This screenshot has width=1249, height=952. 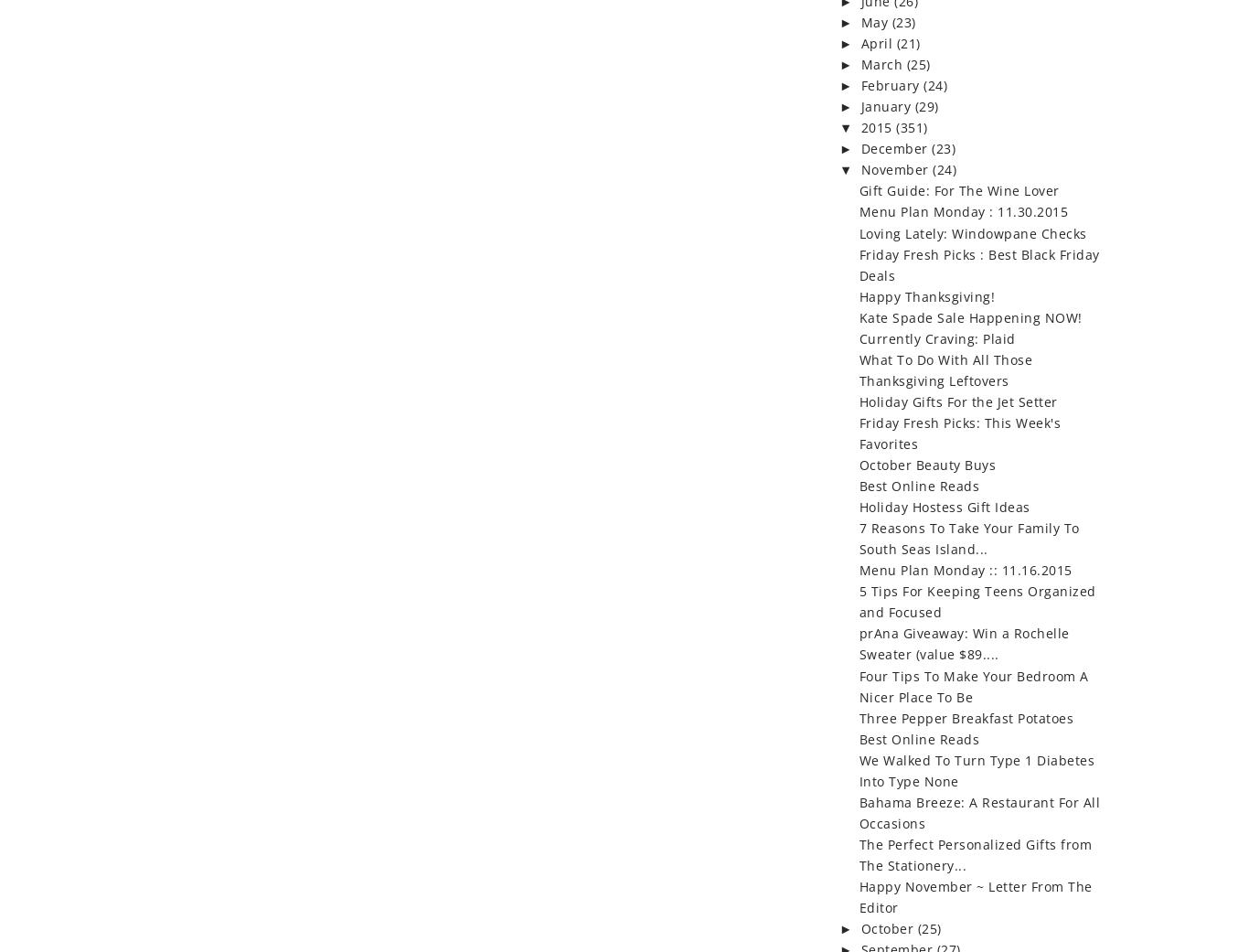 What do you see at coordinates (972, 686) in the screenshot?
I see `'Four Tips To Make Your Bedroom A Nicer Place To Be'` at bounding box center [972, 686].